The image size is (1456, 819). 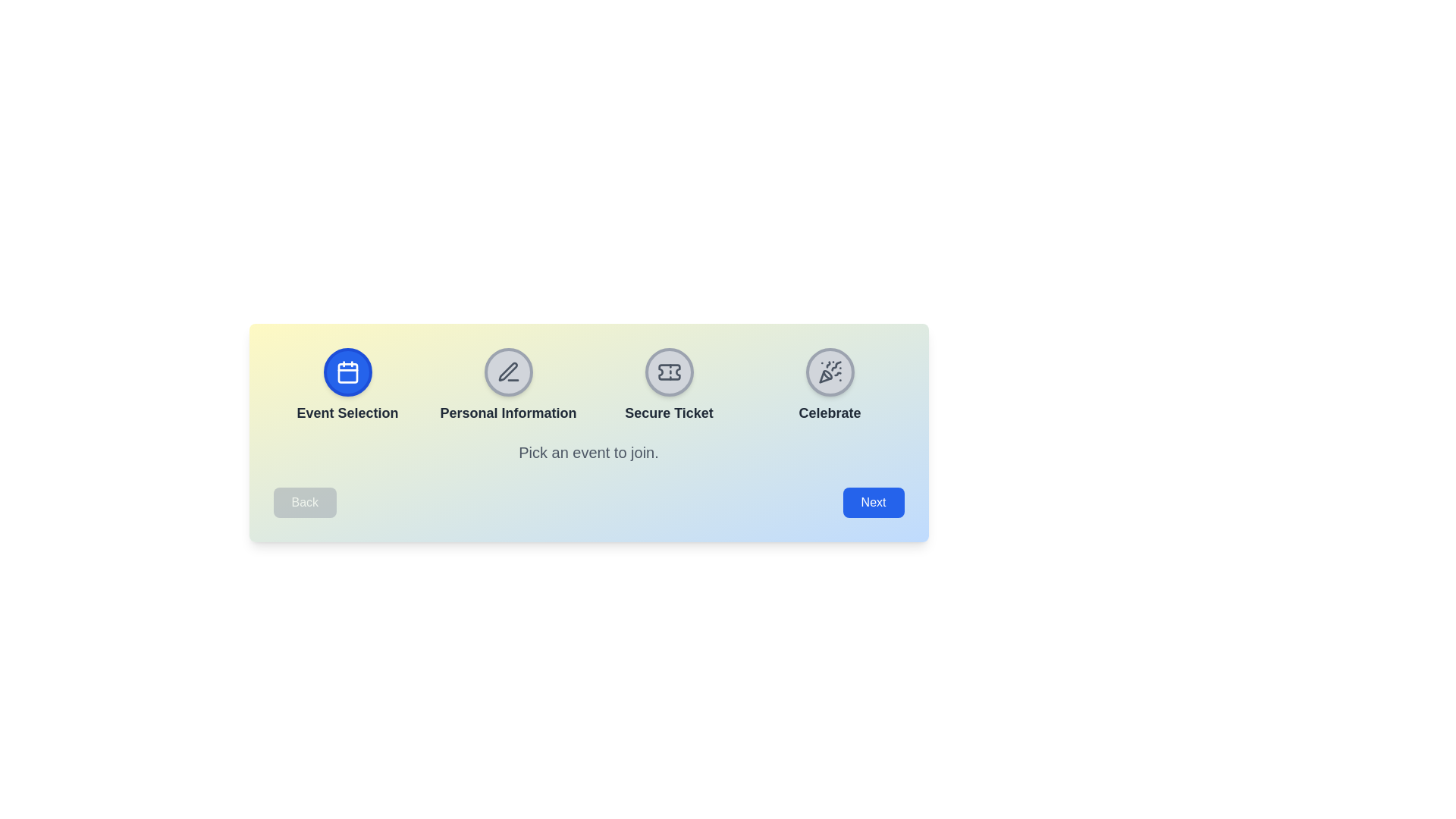 I want to click on the step indicator for Secure Ticket to display its information, so click(x=668, y=372).